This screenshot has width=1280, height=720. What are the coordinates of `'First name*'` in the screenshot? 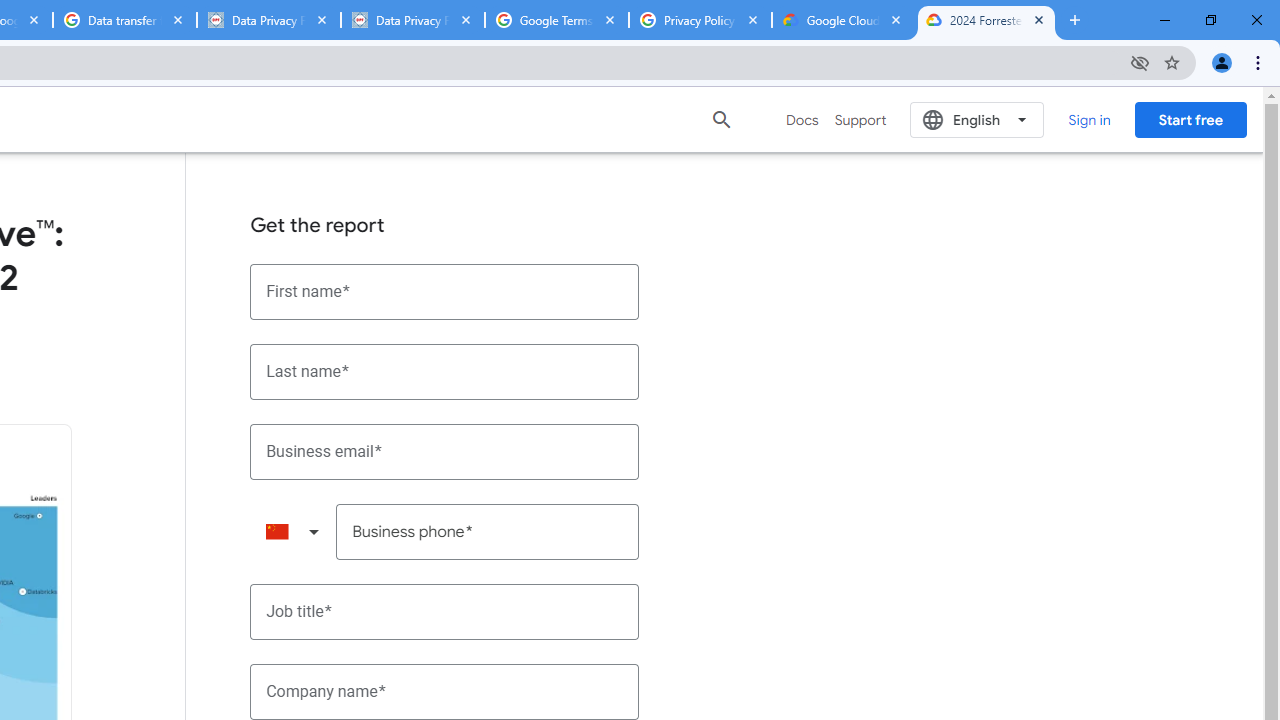 It's located at (444, 291).